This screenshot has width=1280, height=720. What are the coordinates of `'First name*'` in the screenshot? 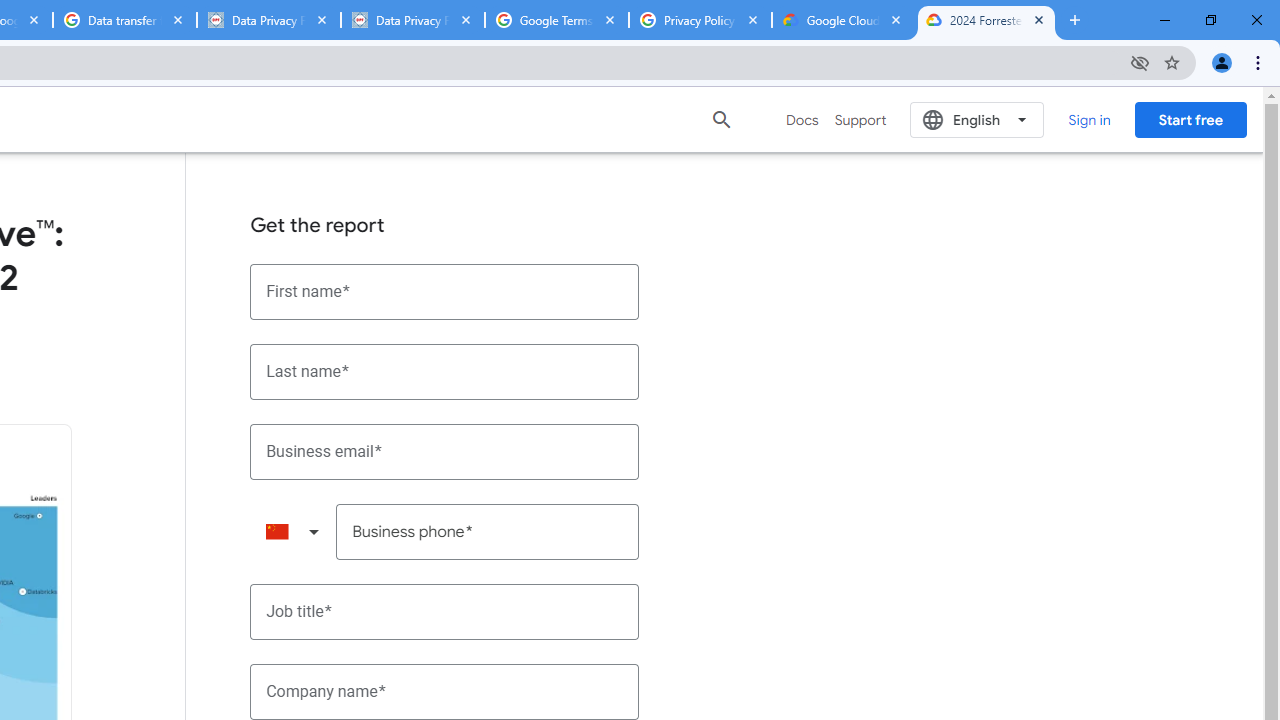 It's located at (444, 291).